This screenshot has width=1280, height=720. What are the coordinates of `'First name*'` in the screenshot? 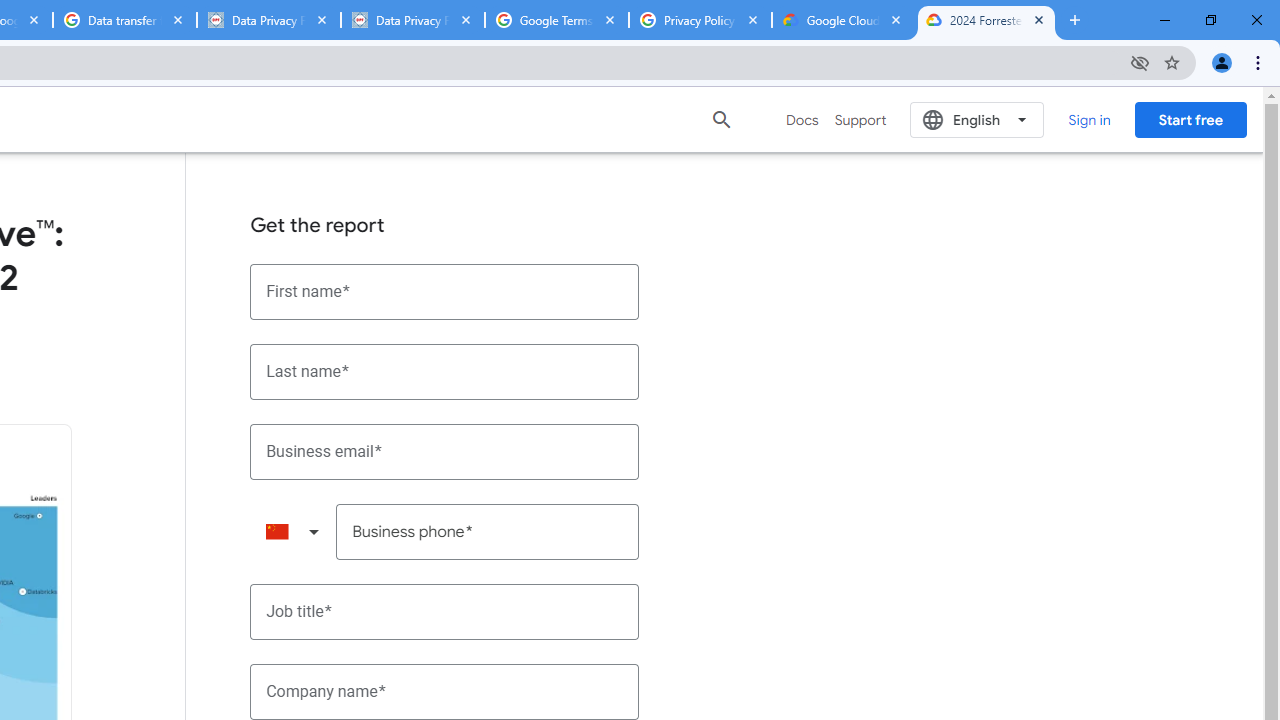 It's located at (444, 291).